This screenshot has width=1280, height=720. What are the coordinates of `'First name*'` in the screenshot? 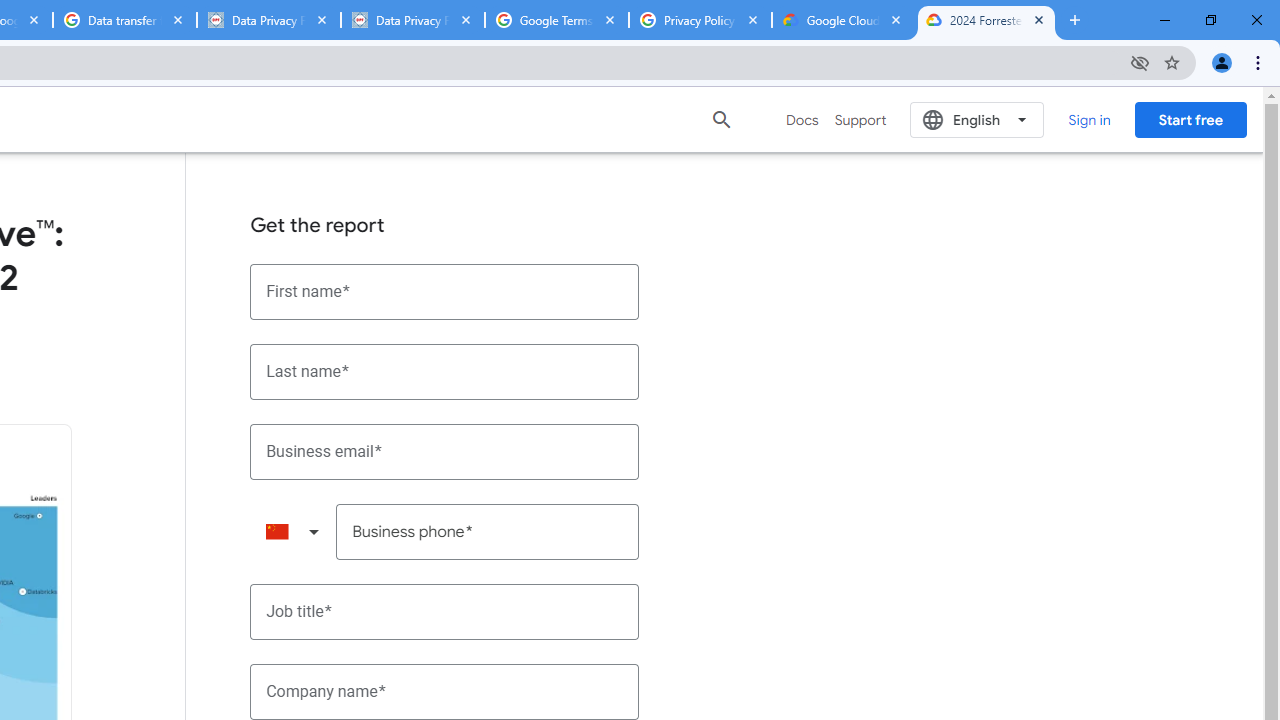 It's located at (444, 291).